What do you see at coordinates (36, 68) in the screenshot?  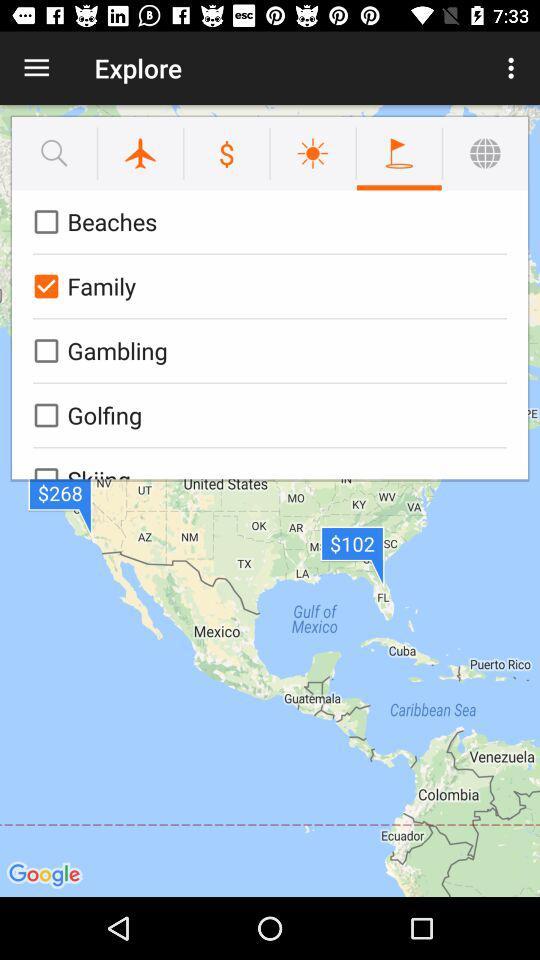 I see `item next to the explore item` at bounding box center [36, 68].